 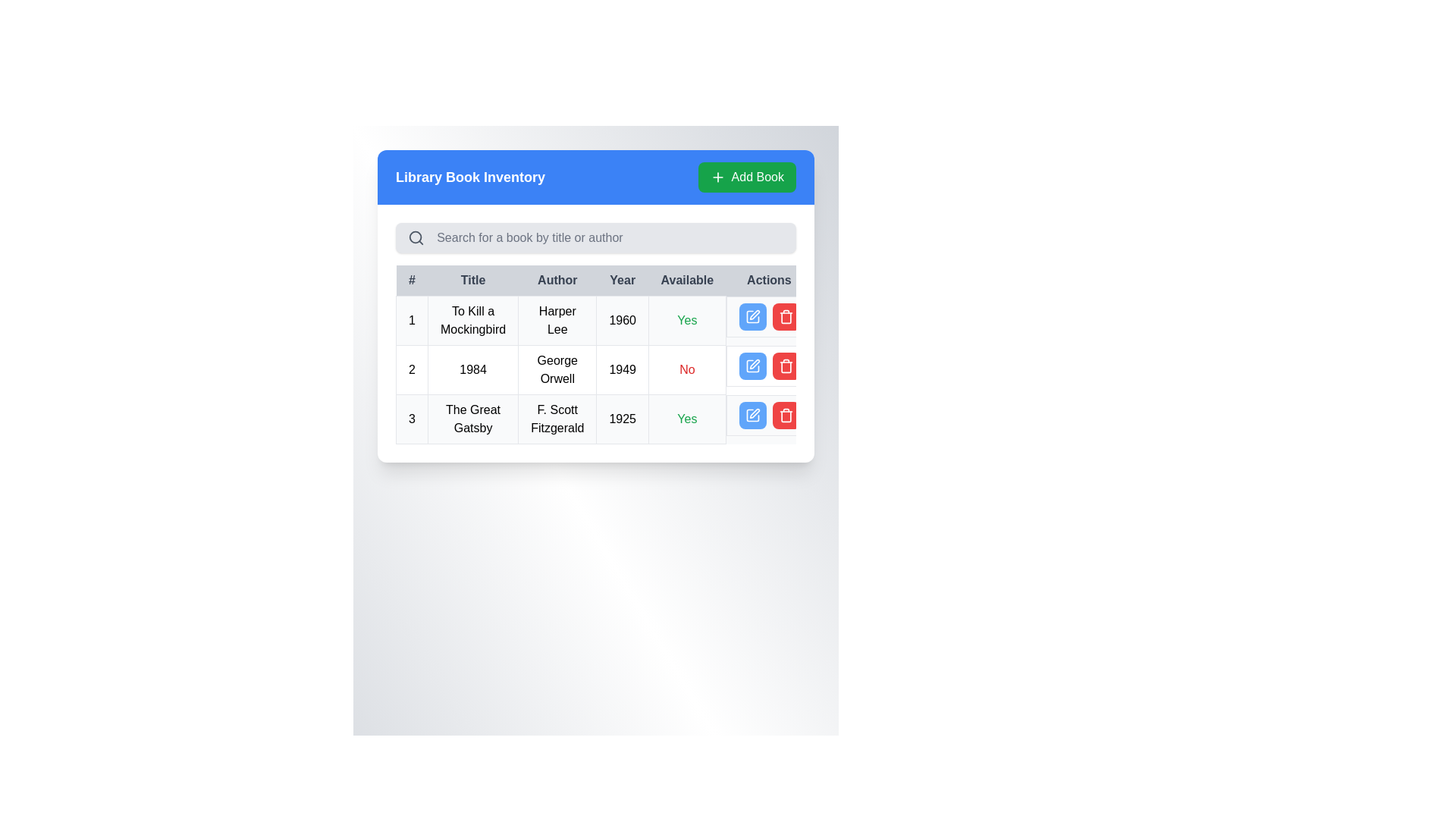 I want to click on the first button in the 'Actions' column of the last row of the table for the book 'The Great Gatsby', which is positioned to the left of the red 'delete' button, so click(x=752, y=415).